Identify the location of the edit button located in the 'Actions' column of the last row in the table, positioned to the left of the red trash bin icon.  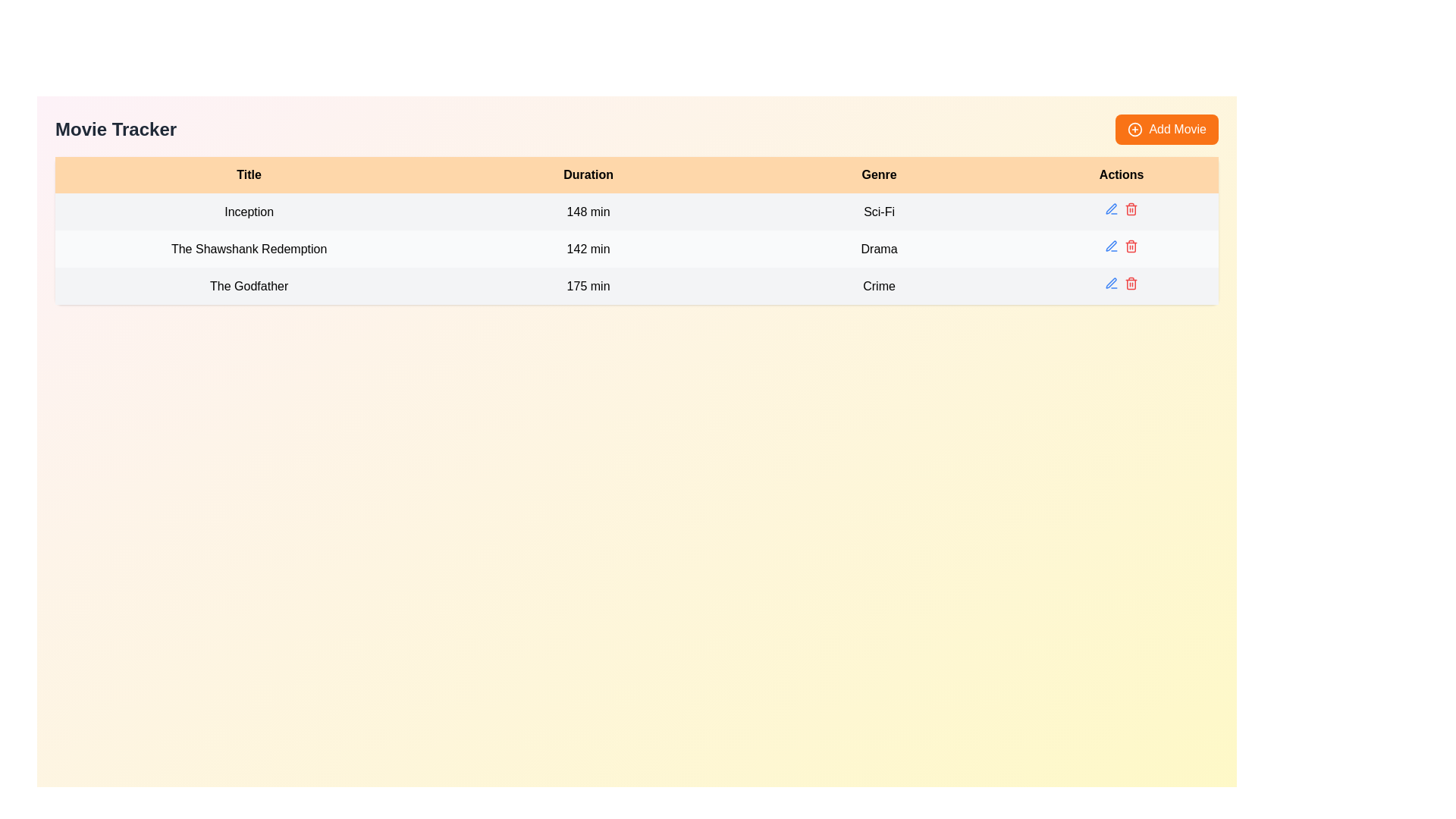
(1111, 284).